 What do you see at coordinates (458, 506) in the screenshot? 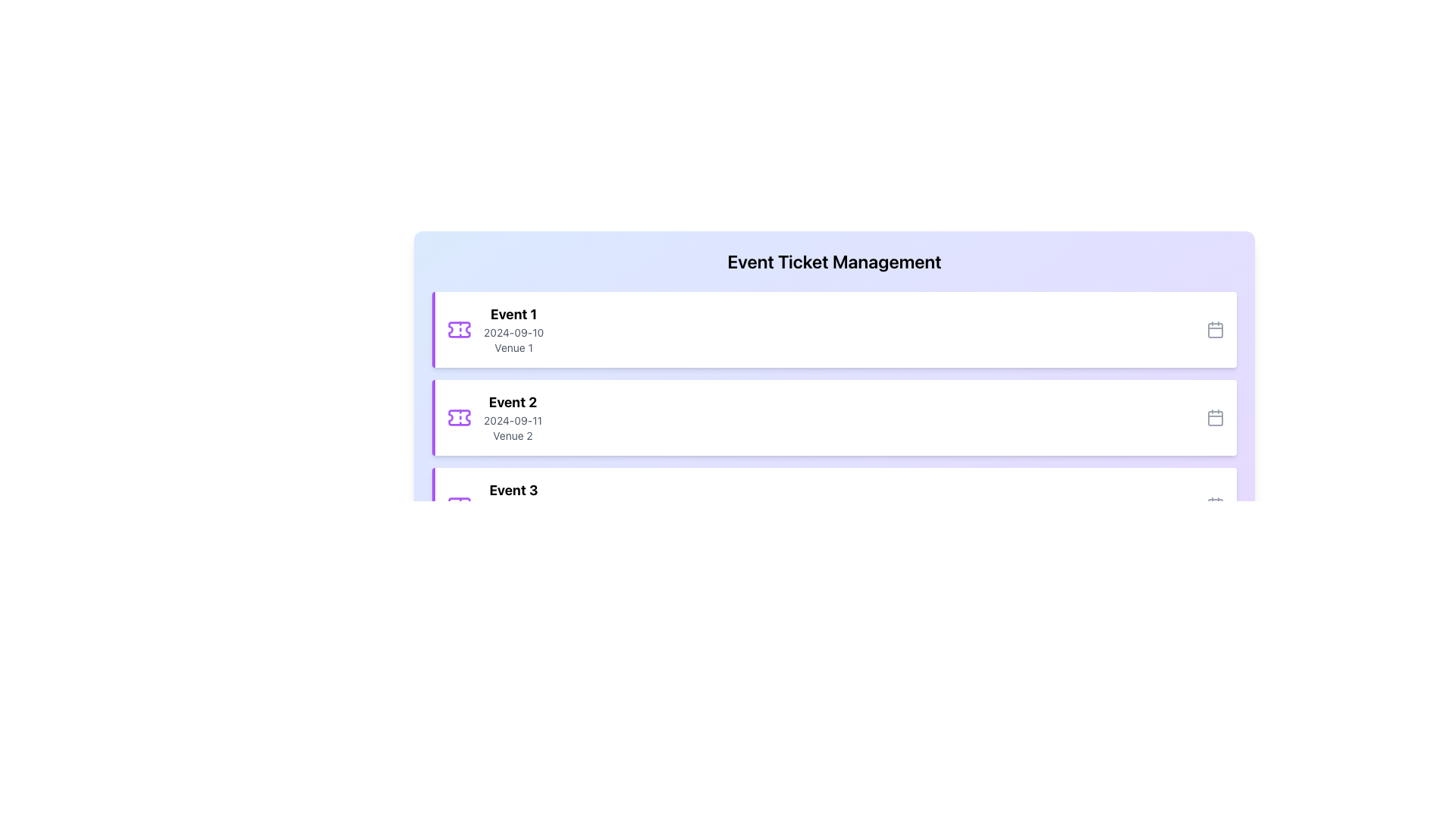
I see `the ticket-shaped icon that signifies the context of 'Event 3', which is located to the left of the associated textual content` at bounding box center [458, 506].